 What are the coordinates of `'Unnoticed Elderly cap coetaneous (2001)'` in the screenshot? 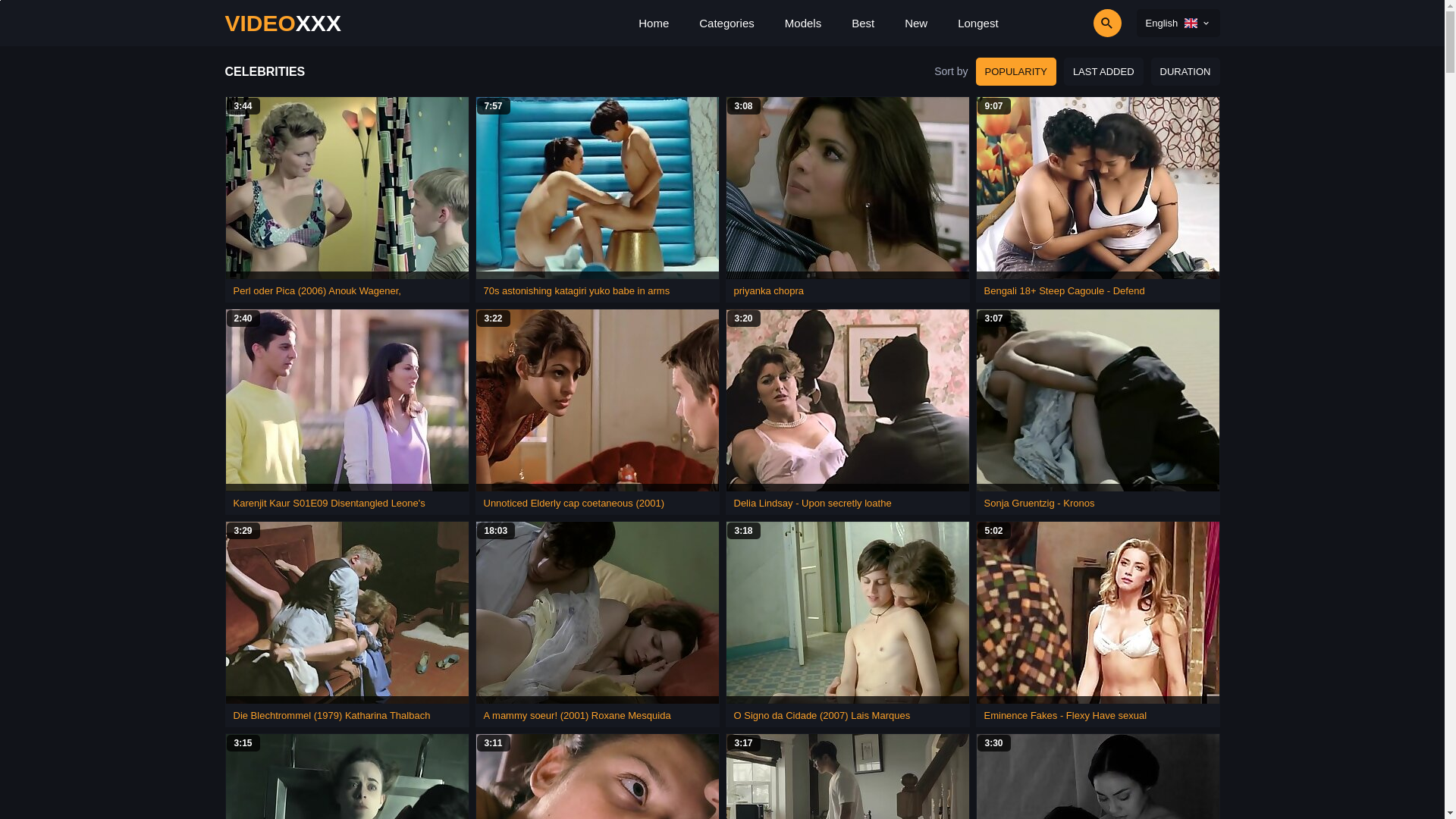 It's located at (573, 503).